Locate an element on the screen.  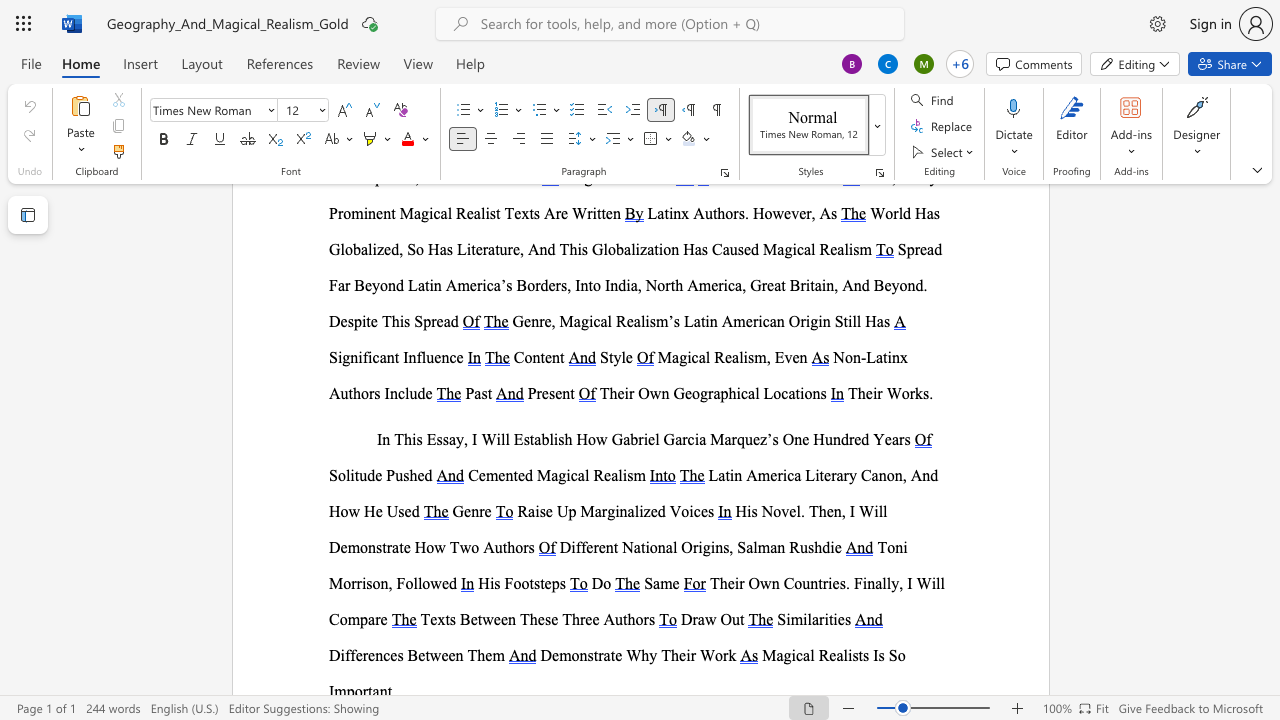
the space between the continuous character "u" and "s" in the text is located at coordinates (401, 475).